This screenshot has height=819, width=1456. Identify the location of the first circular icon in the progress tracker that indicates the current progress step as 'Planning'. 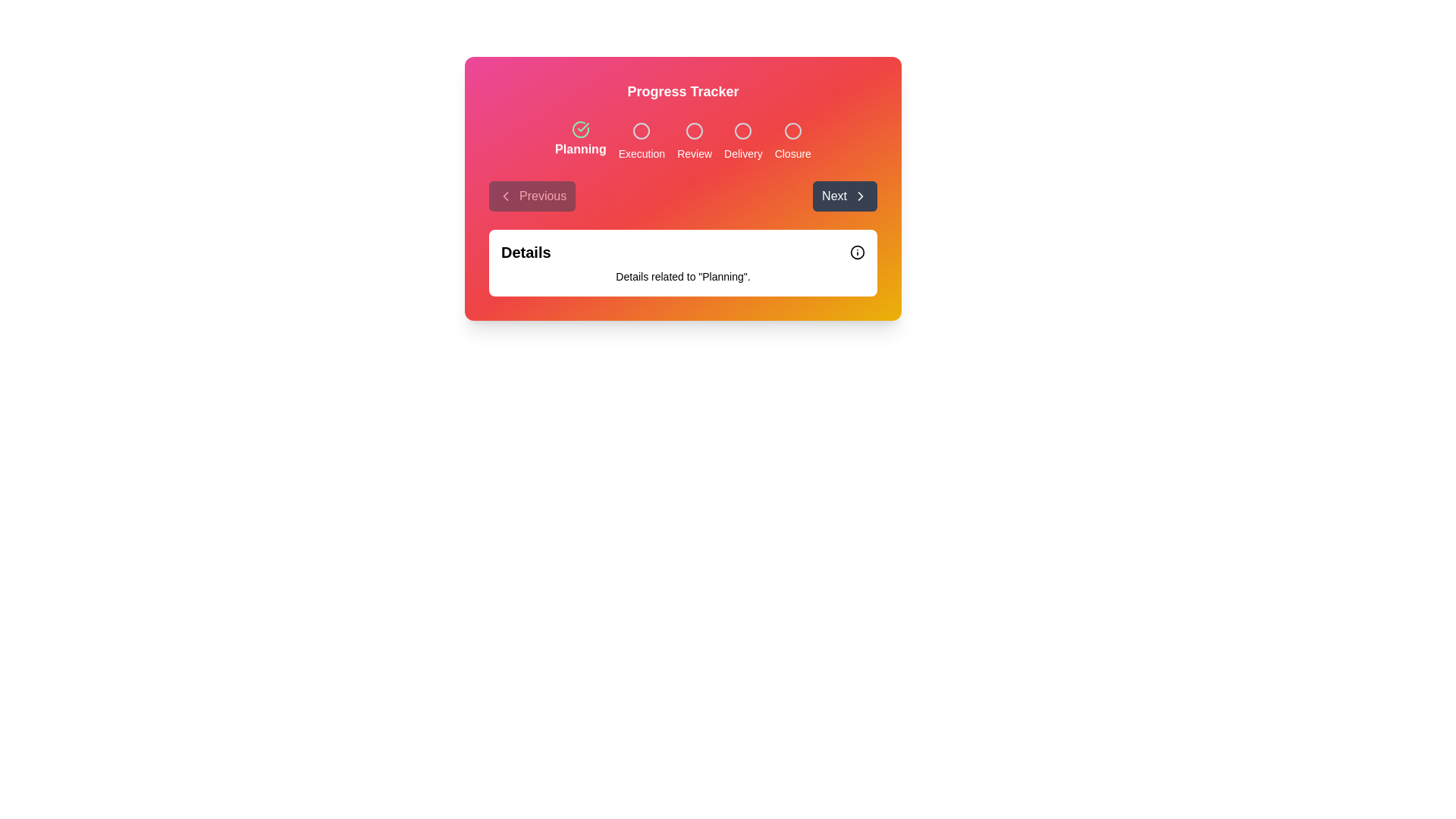
(579, 128).